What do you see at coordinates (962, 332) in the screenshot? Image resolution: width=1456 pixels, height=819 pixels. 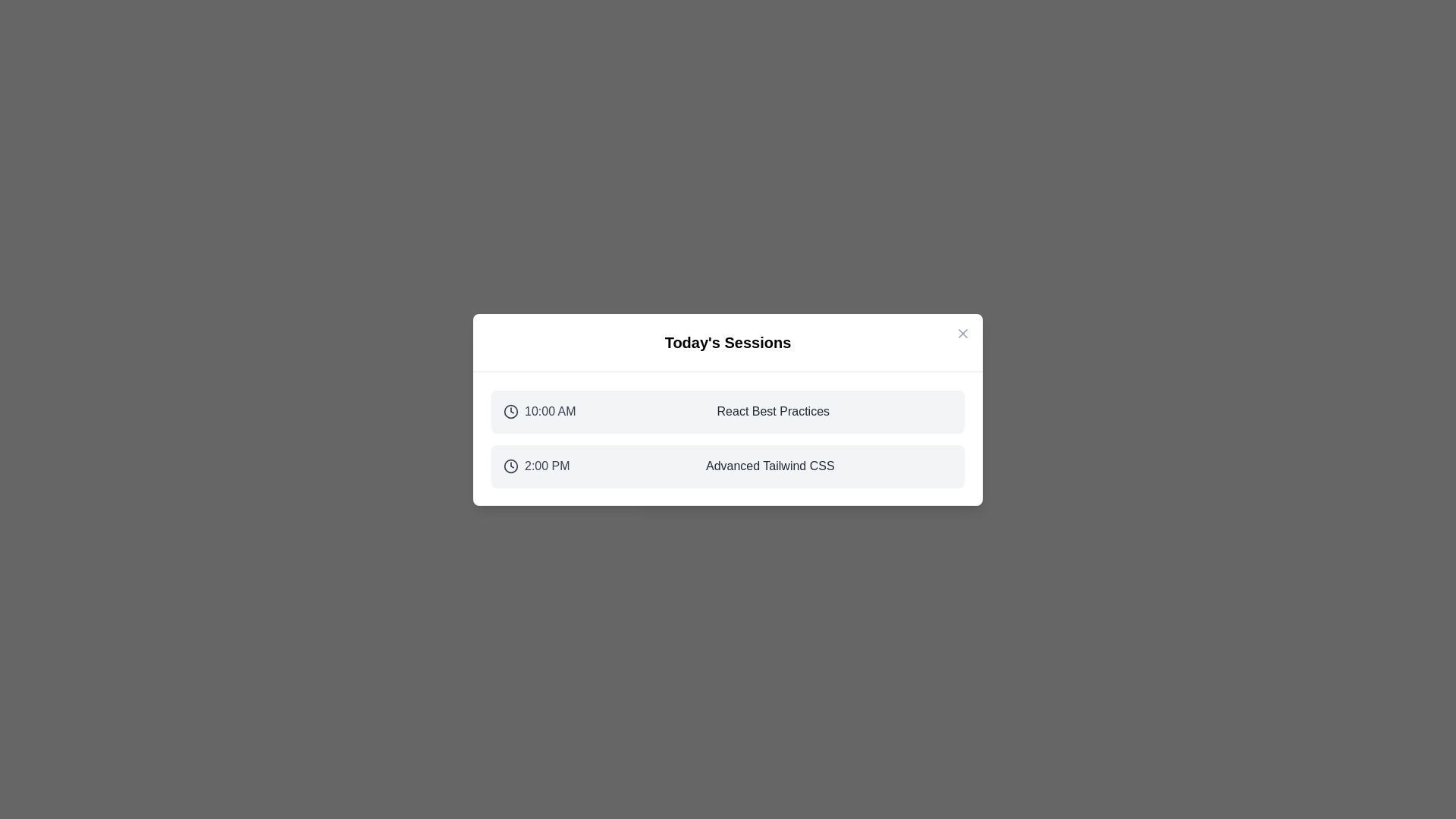 I see `close button at the top-right corner of the session modal` at bounding box center [962, 332].